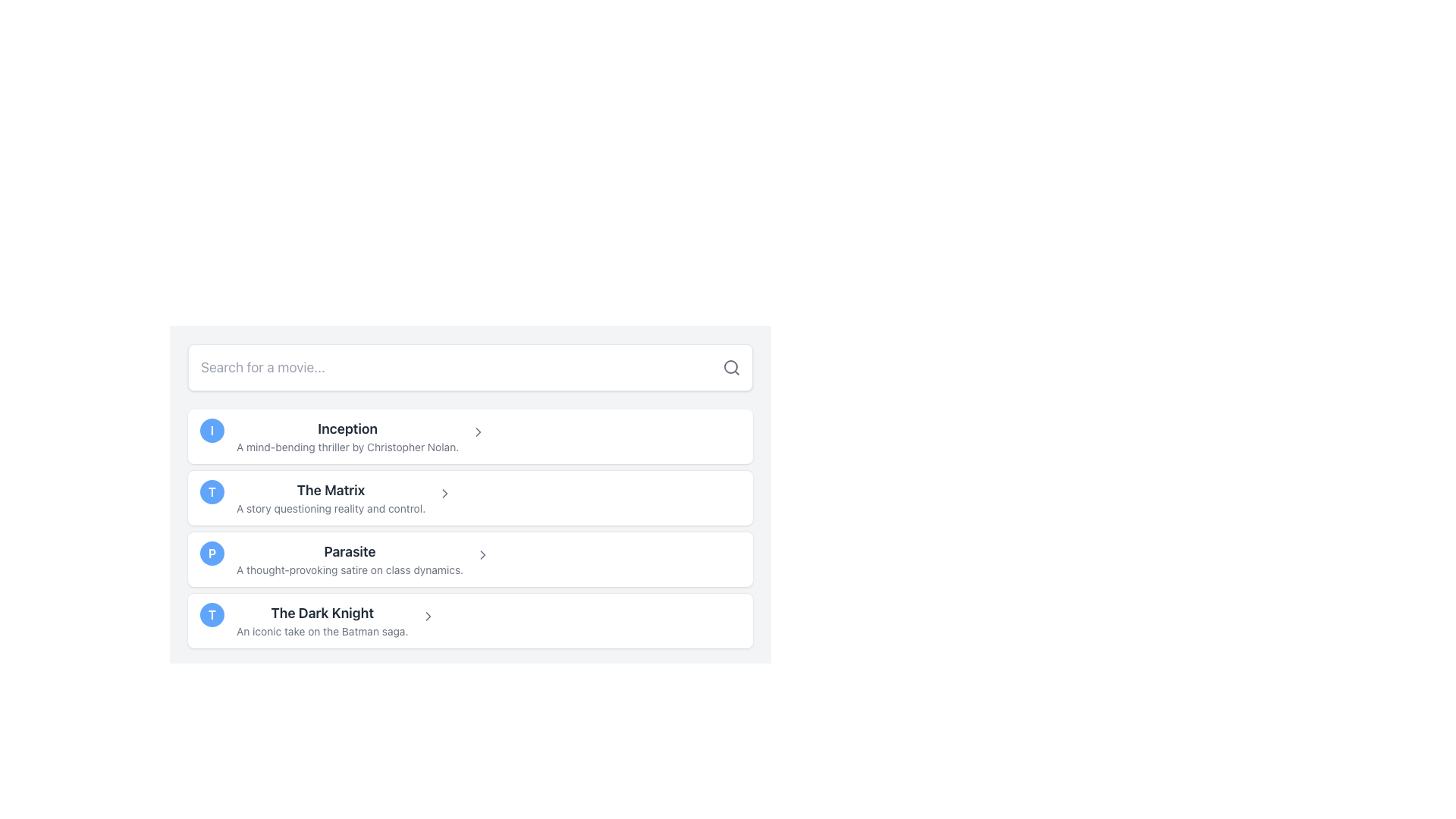 The width and height of the screenshot is (1456, 819). I want to click on the title 'The Dark Knight' in the text block, so click(322, 620).